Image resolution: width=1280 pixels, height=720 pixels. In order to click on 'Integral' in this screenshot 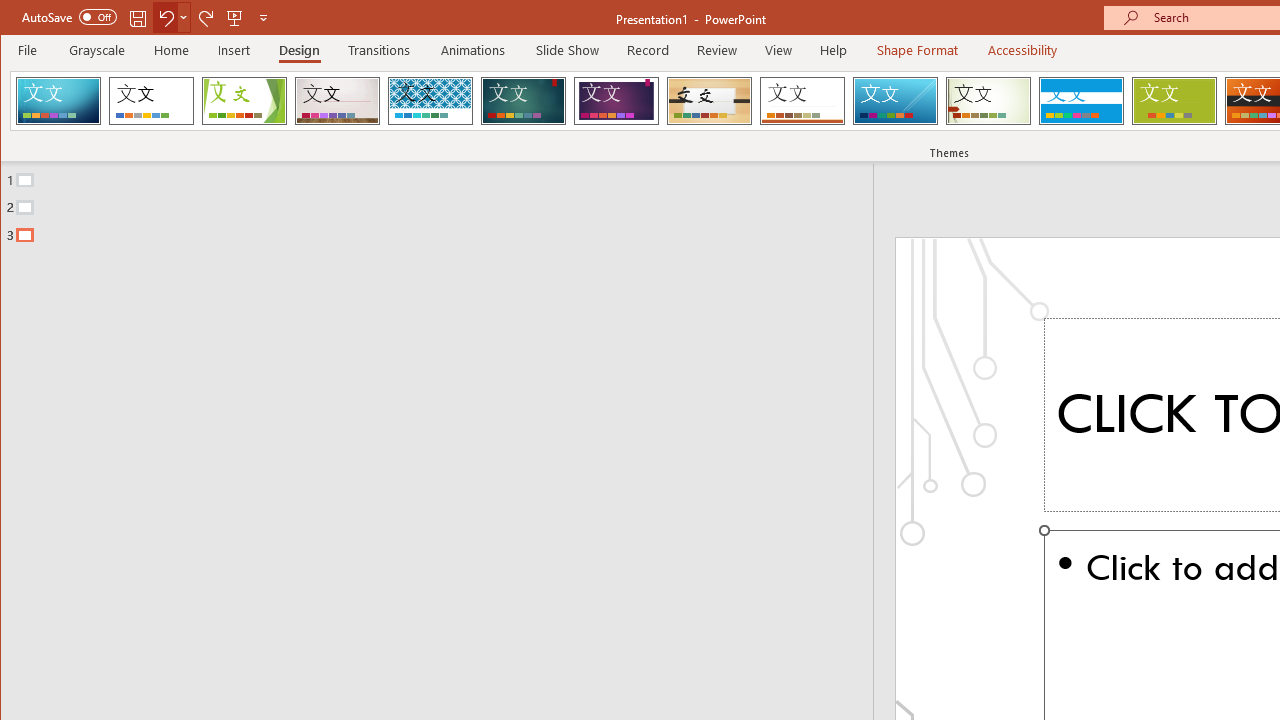, I will do `click(429, 100)`.